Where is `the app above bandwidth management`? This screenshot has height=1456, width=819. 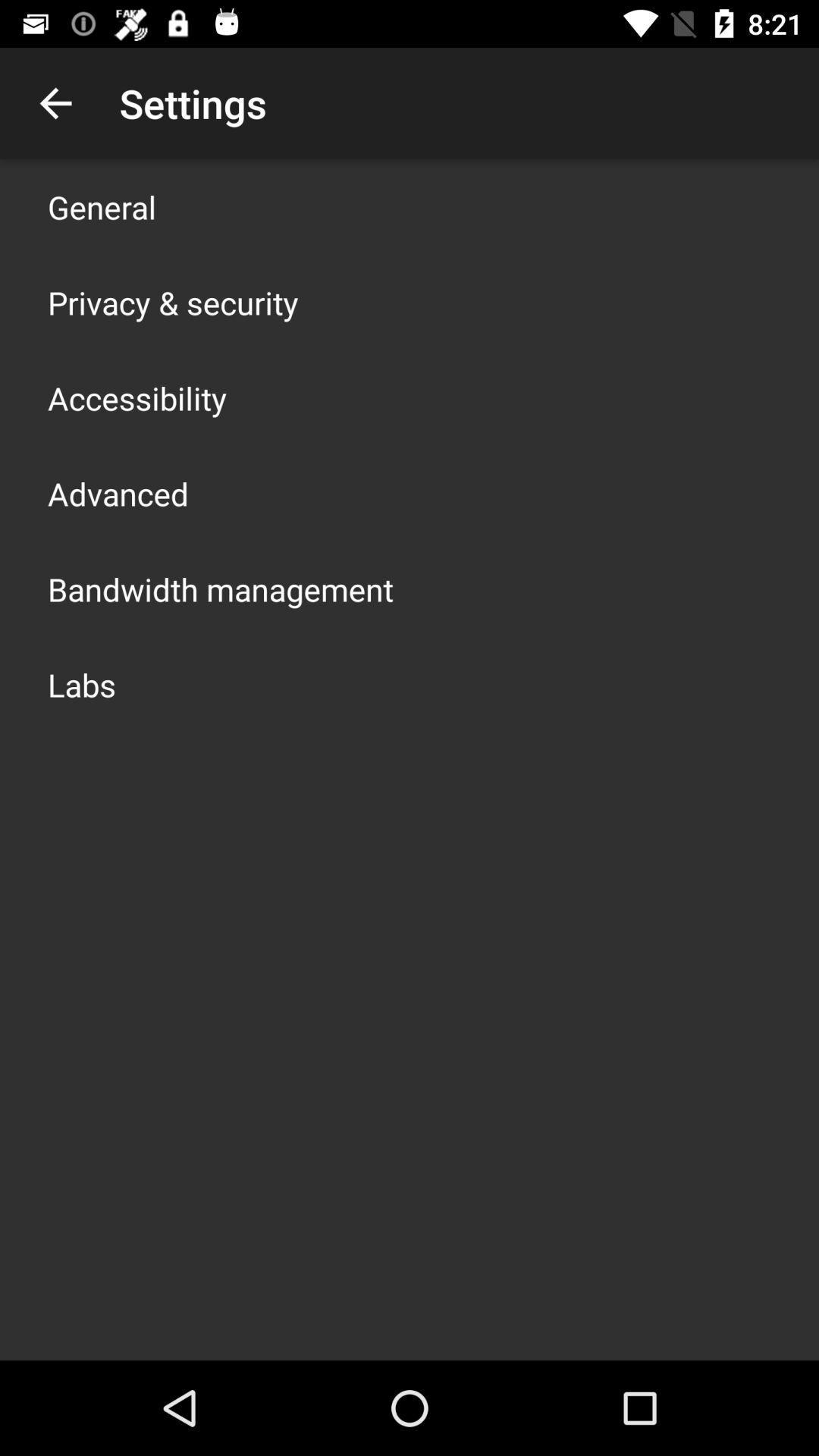
the app above bandwidth management is located at coordinates (117, 494).